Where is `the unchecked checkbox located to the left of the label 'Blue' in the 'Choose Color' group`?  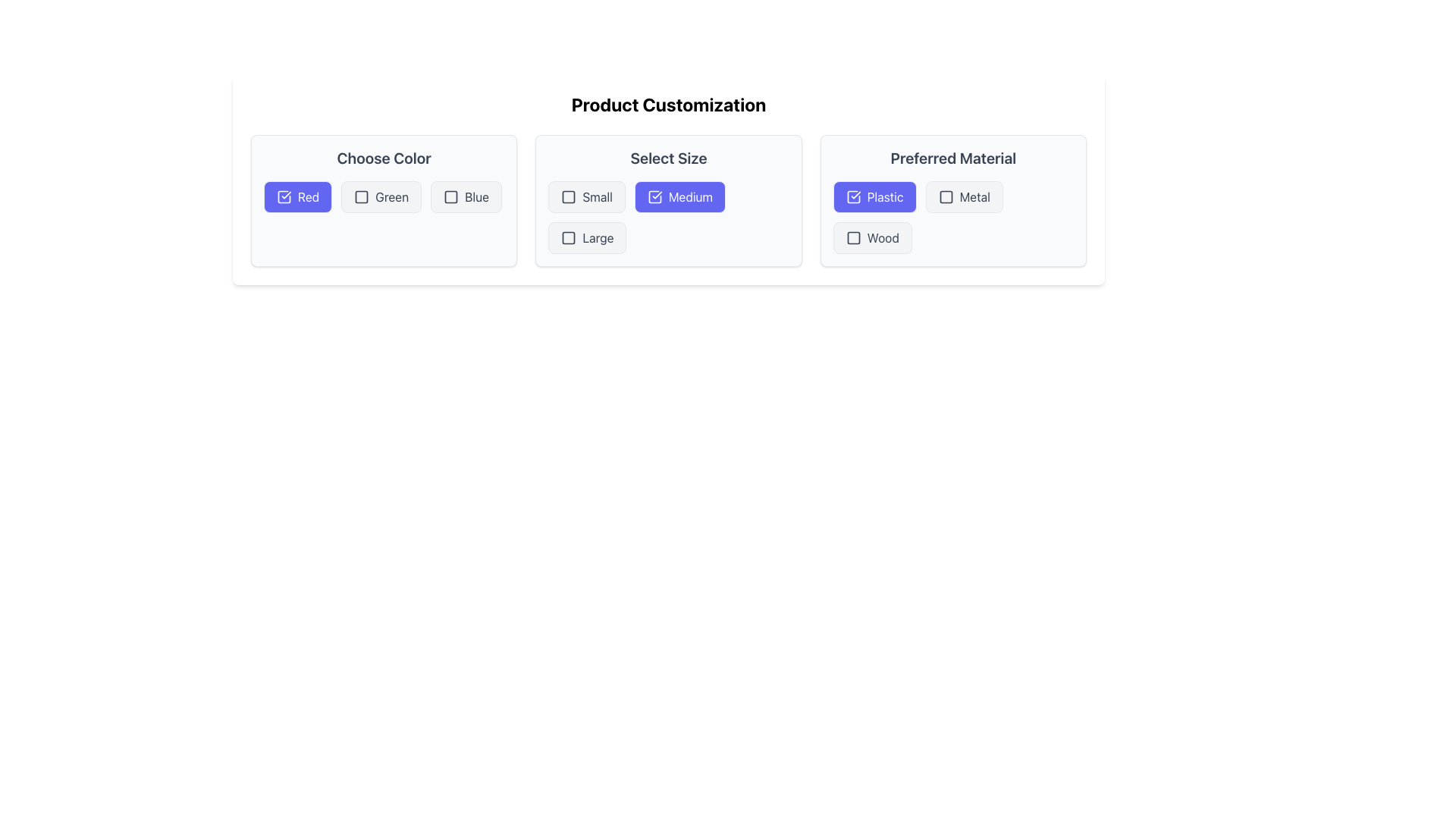
the unchecked checkbox located to the left of the label 'Blue' in the 'Choose Color' group is located at coordinates (450, 196).